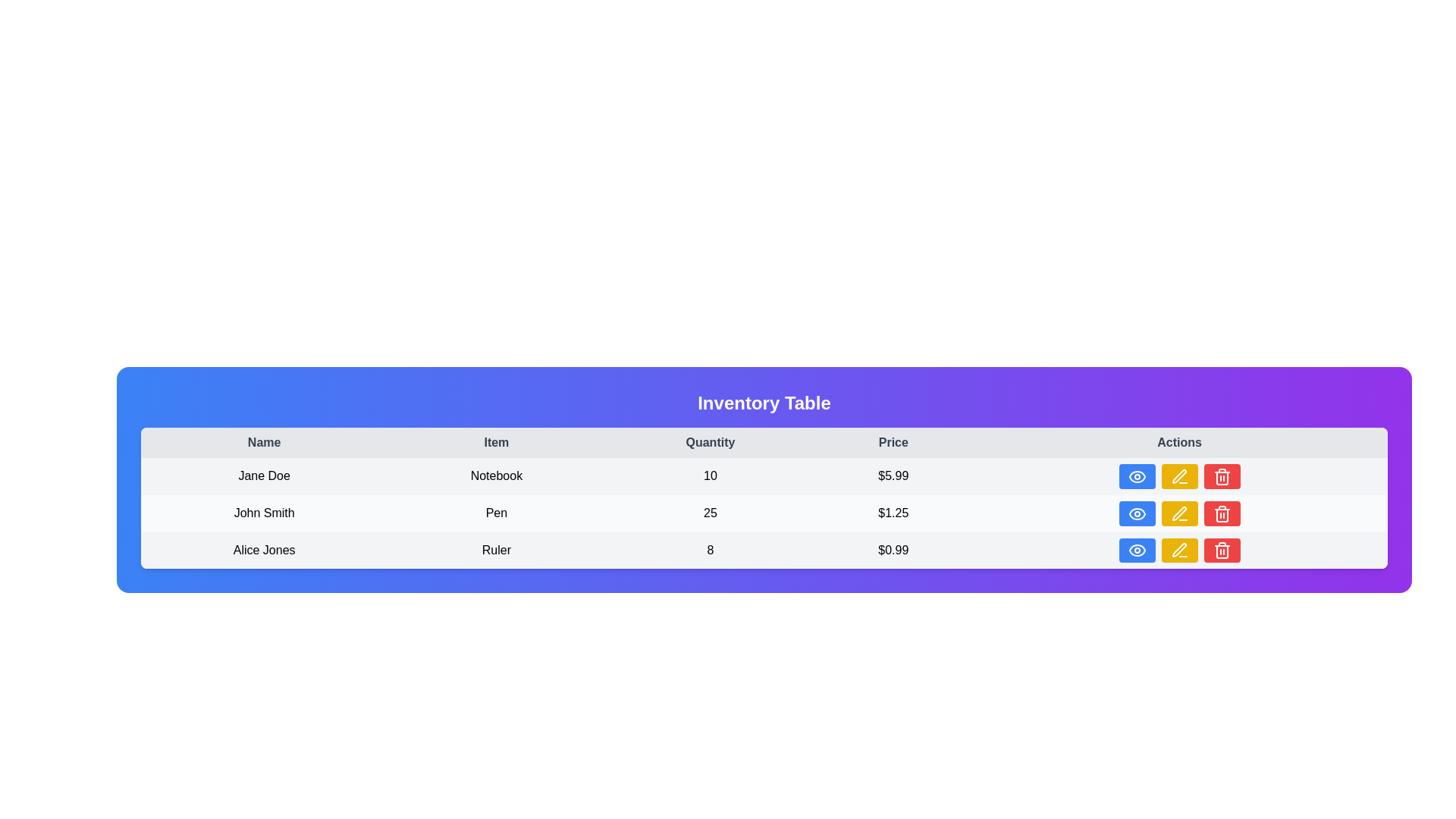  Describe the element at coordinates (1178, 513) in the screenshot. I see `the yellow pen icon in the actions column of the second row for 'John Smith' to initiate edit mode` at that location.